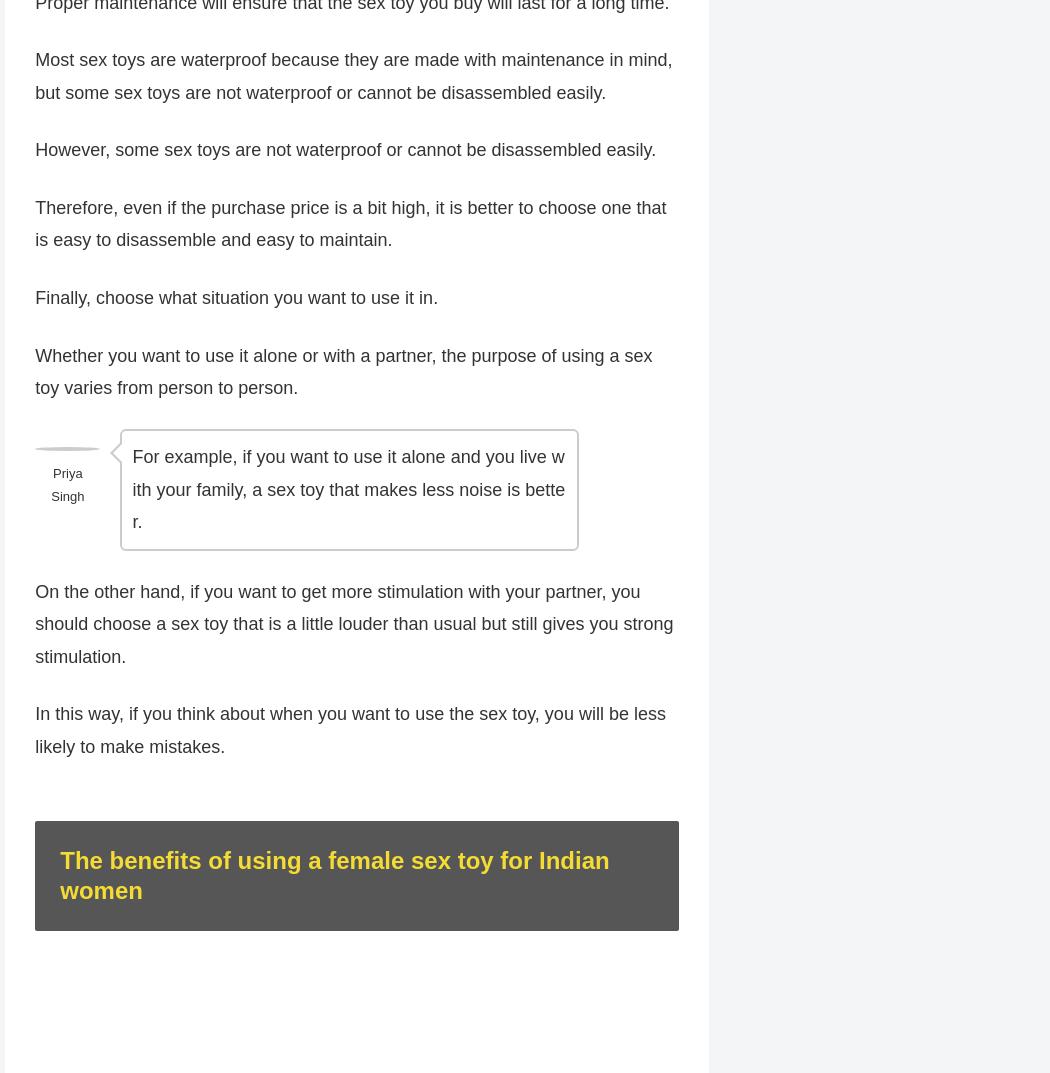  What do you see at coordinates (347, 490) in the screenshot?
I see `'For example, if you want to use it alone and you live with your family, a sex toy that makes less noise is better.'` at bounding box center [347, 490].